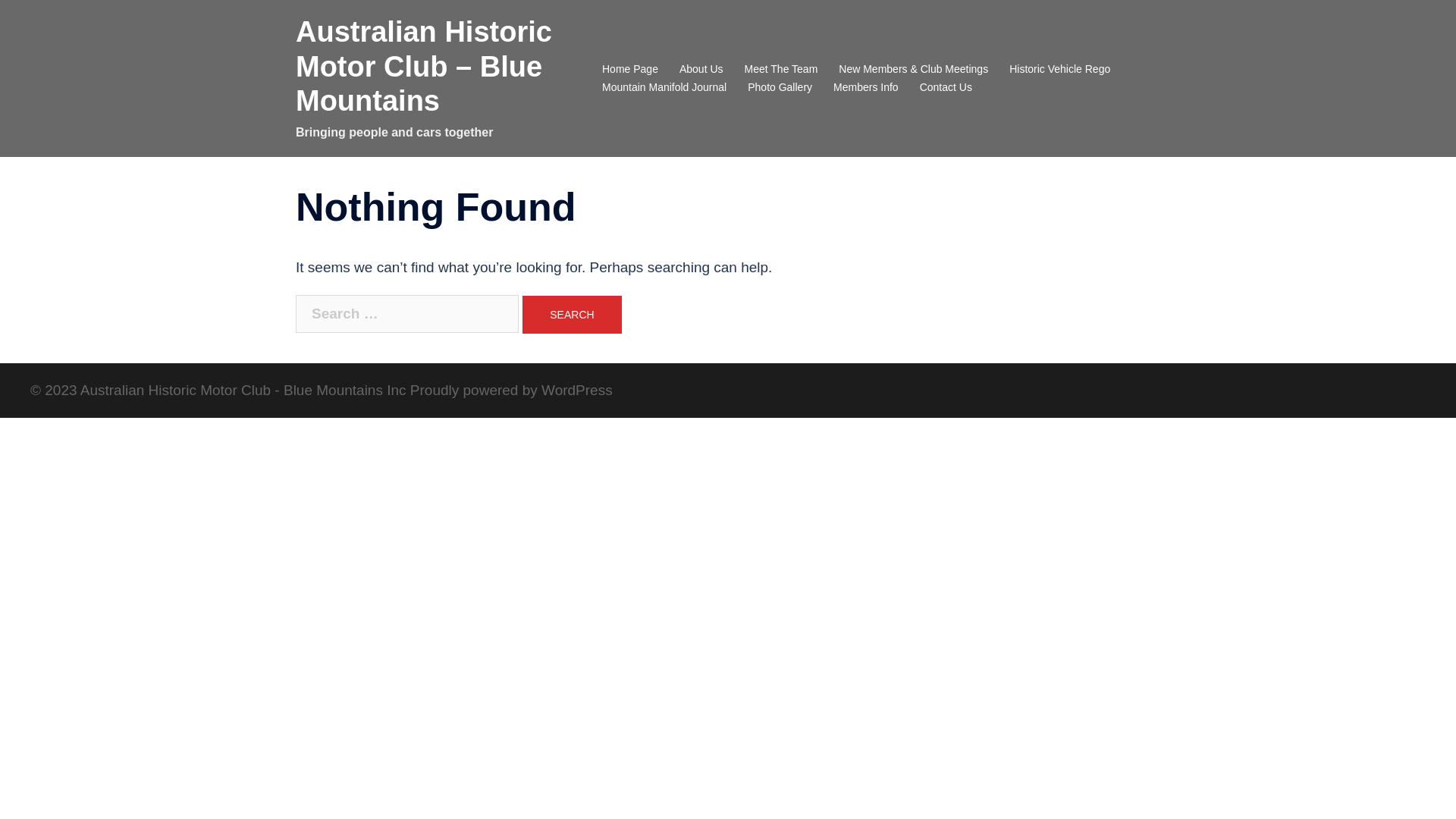  Describe the element at coordinates (570, 314) in the screenshot. I see `'Search'` at that location.